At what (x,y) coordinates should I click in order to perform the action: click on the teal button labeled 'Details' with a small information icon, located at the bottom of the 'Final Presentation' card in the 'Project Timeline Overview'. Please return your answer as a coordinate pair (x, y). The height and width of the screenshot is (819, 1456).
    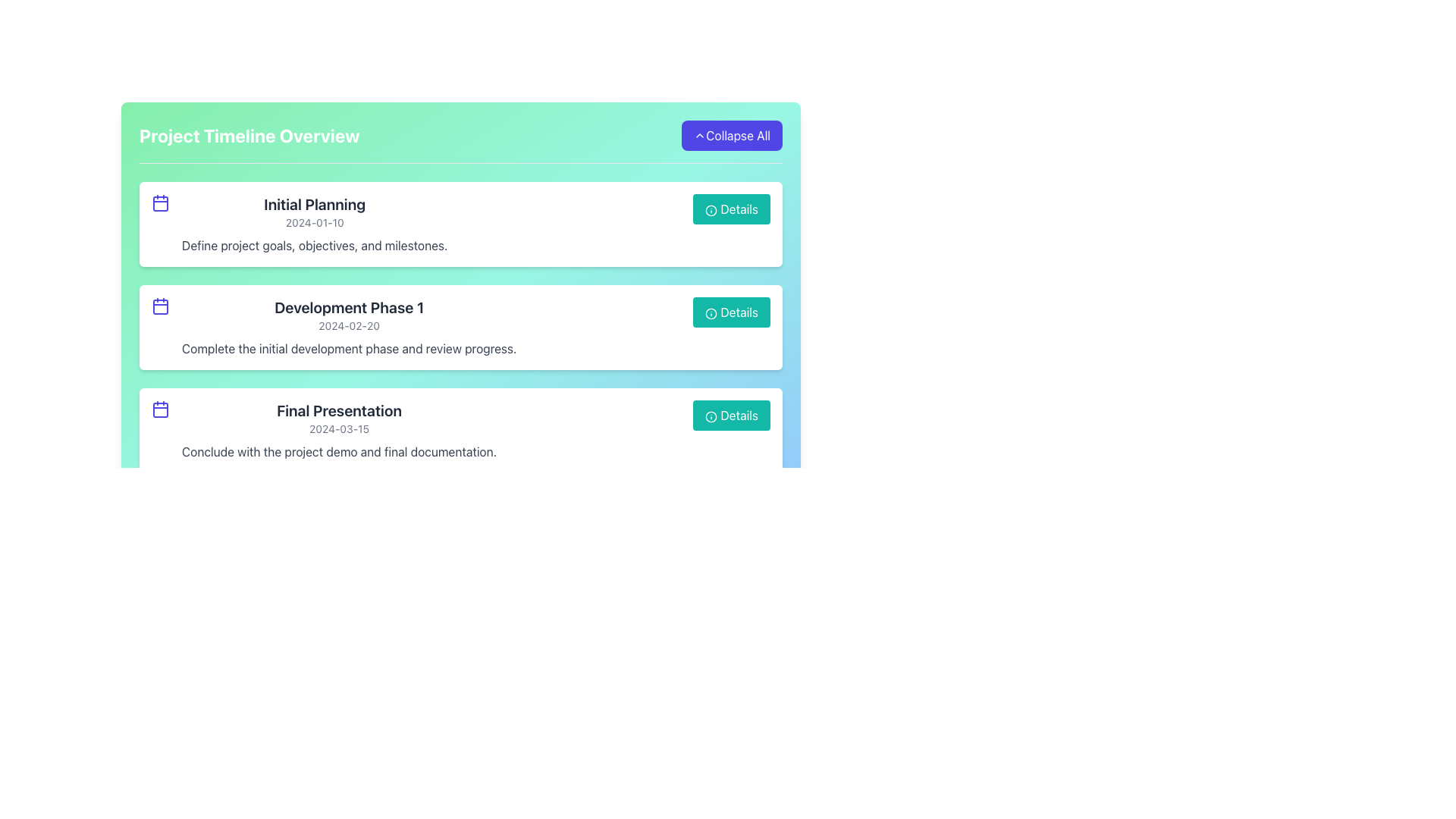
    Looking at the image, I should click on (732, 415).